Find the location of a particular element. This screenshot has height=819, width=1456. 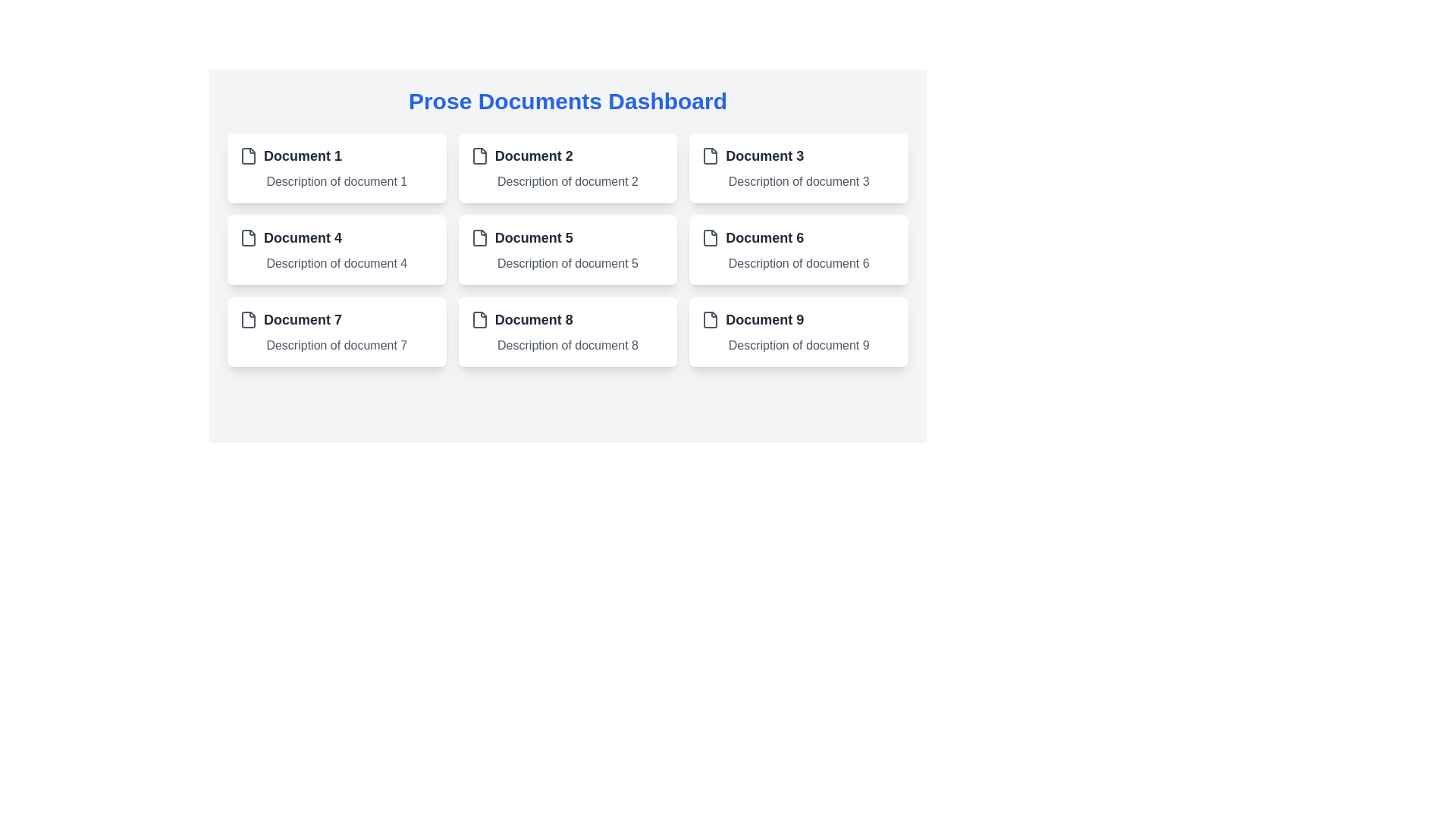

the text label element reading 'Document 9', styled with a bold font in dark gray, located in the bottom-right card of the dashboard grid layout is located at coordinates (798, 318).